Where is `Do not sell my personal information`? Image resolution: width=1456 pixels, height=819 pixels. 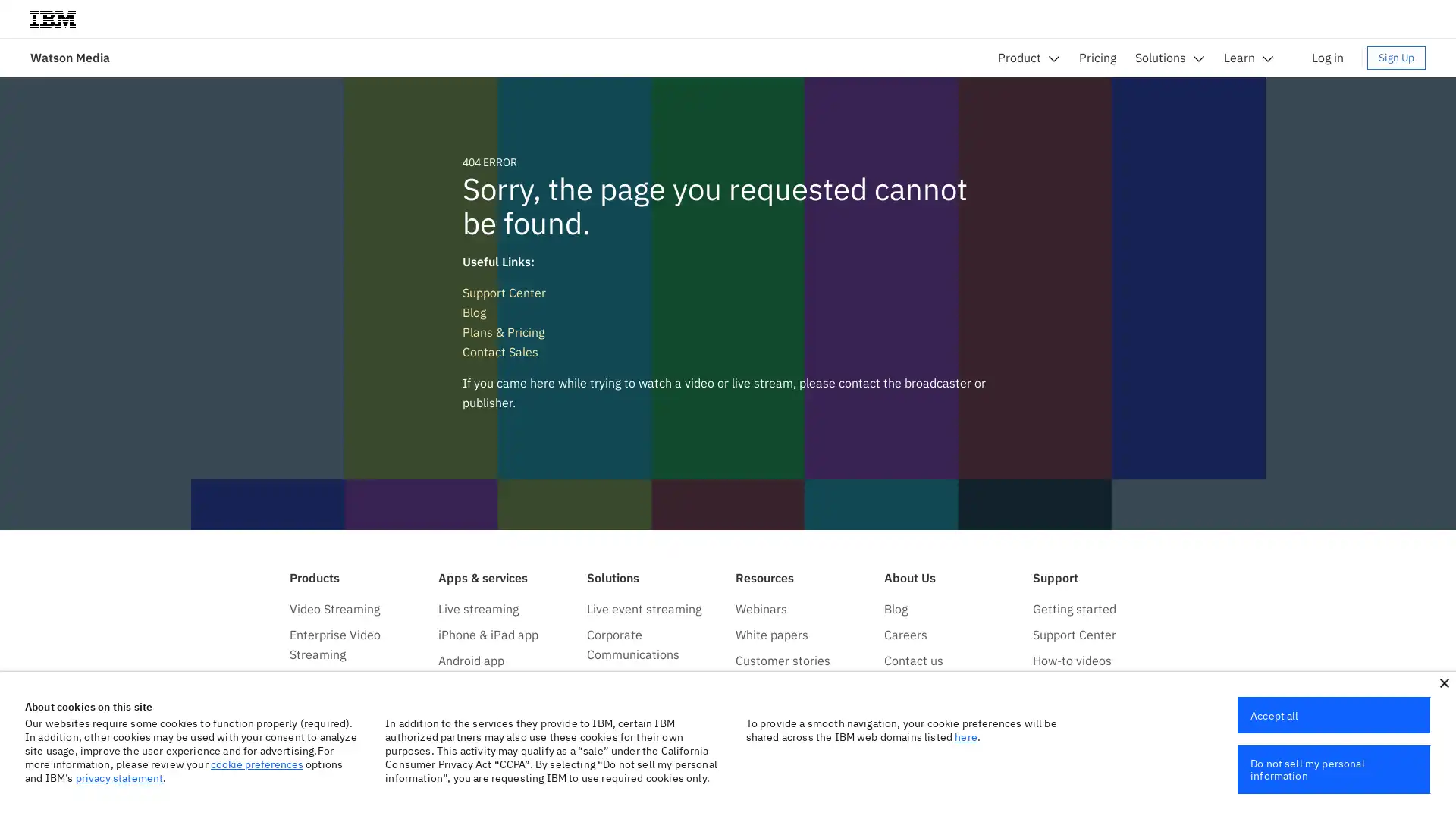
Do not sell my personal information is located at coordinates (1333, 769).